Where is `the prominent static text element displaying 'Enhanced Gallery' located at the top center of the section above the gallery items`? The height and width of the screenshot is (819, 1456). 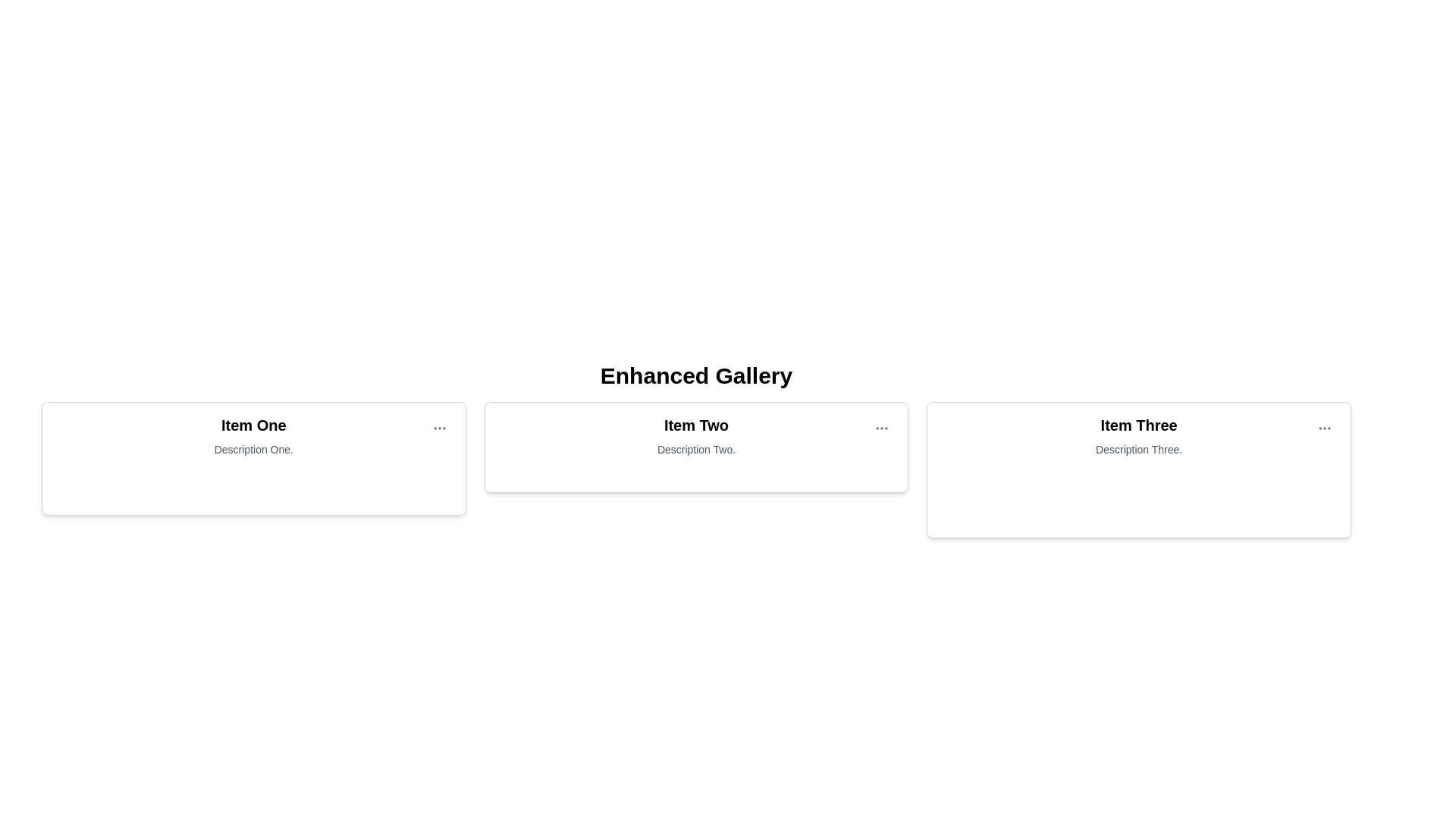 the prominent static text element displaying 'Enhanced Gallery' located at the top center of the section above the gallery items is located at coordinates (695, 375).